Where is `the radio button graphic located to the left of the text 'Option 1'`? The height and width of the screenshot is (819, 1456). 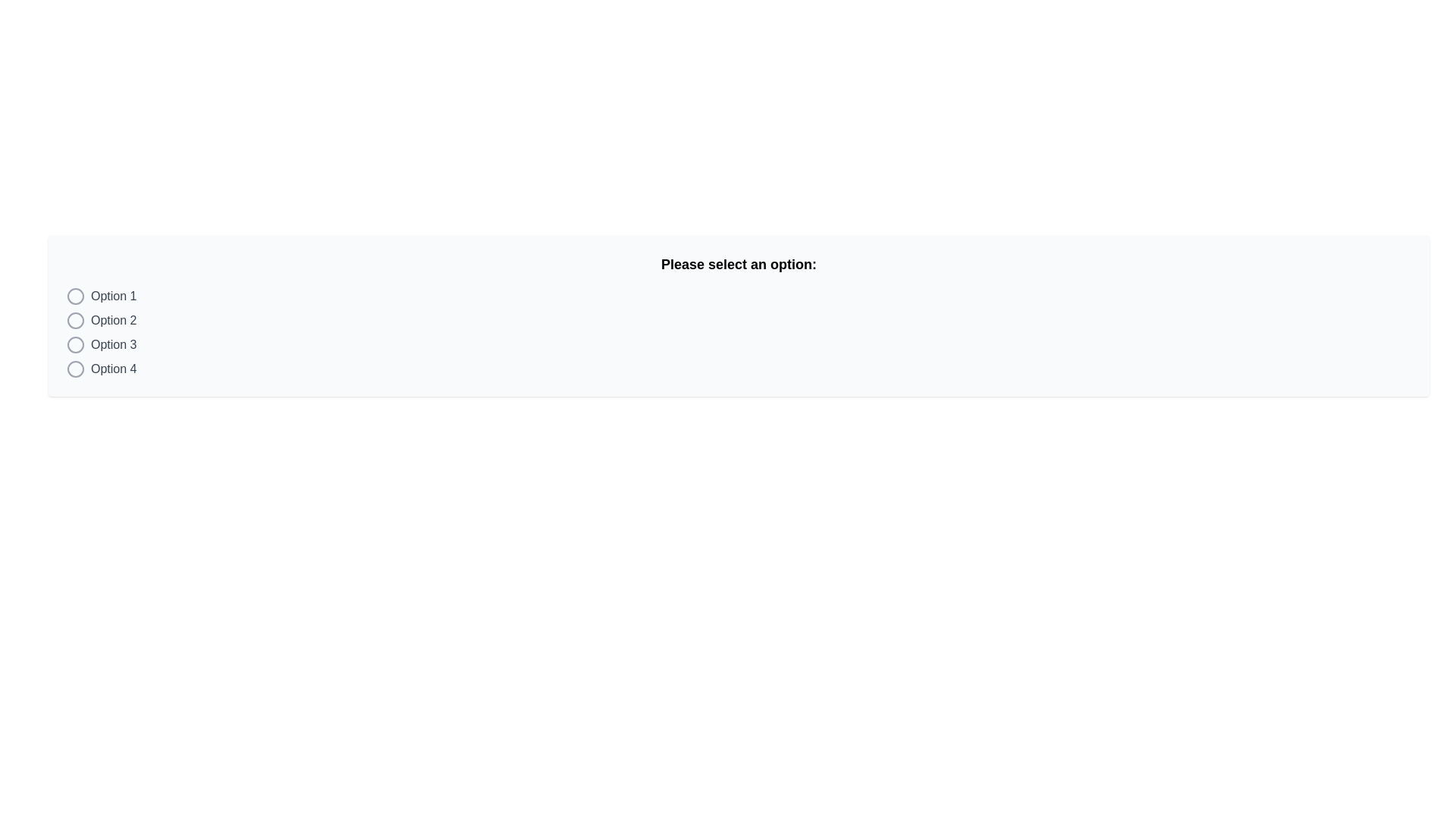 the radio button graphic located to the left of the text 'Option 1' is located at coordinates (75, 296).